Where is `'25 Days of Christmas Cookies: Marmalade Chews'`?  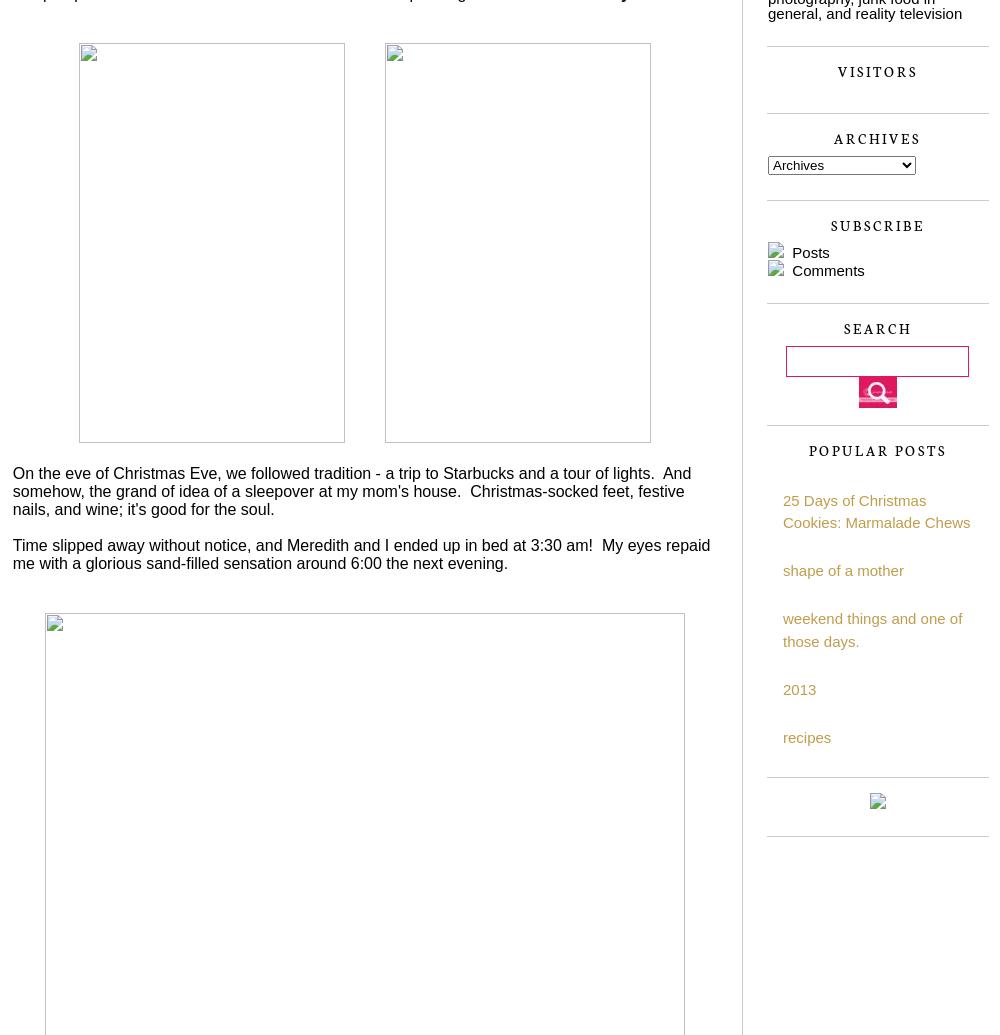
'25 Days of Christmas Cookies: Marmalade Chews' is located at coordinates (876, 510).